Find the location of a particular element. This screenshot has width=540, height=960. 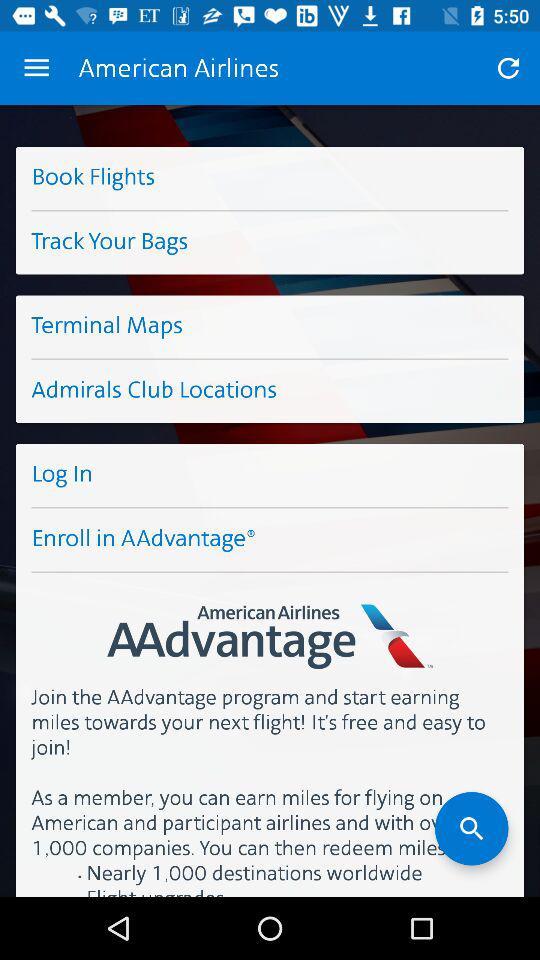

the item below the book flights icon is located at coordinates (270, 241).